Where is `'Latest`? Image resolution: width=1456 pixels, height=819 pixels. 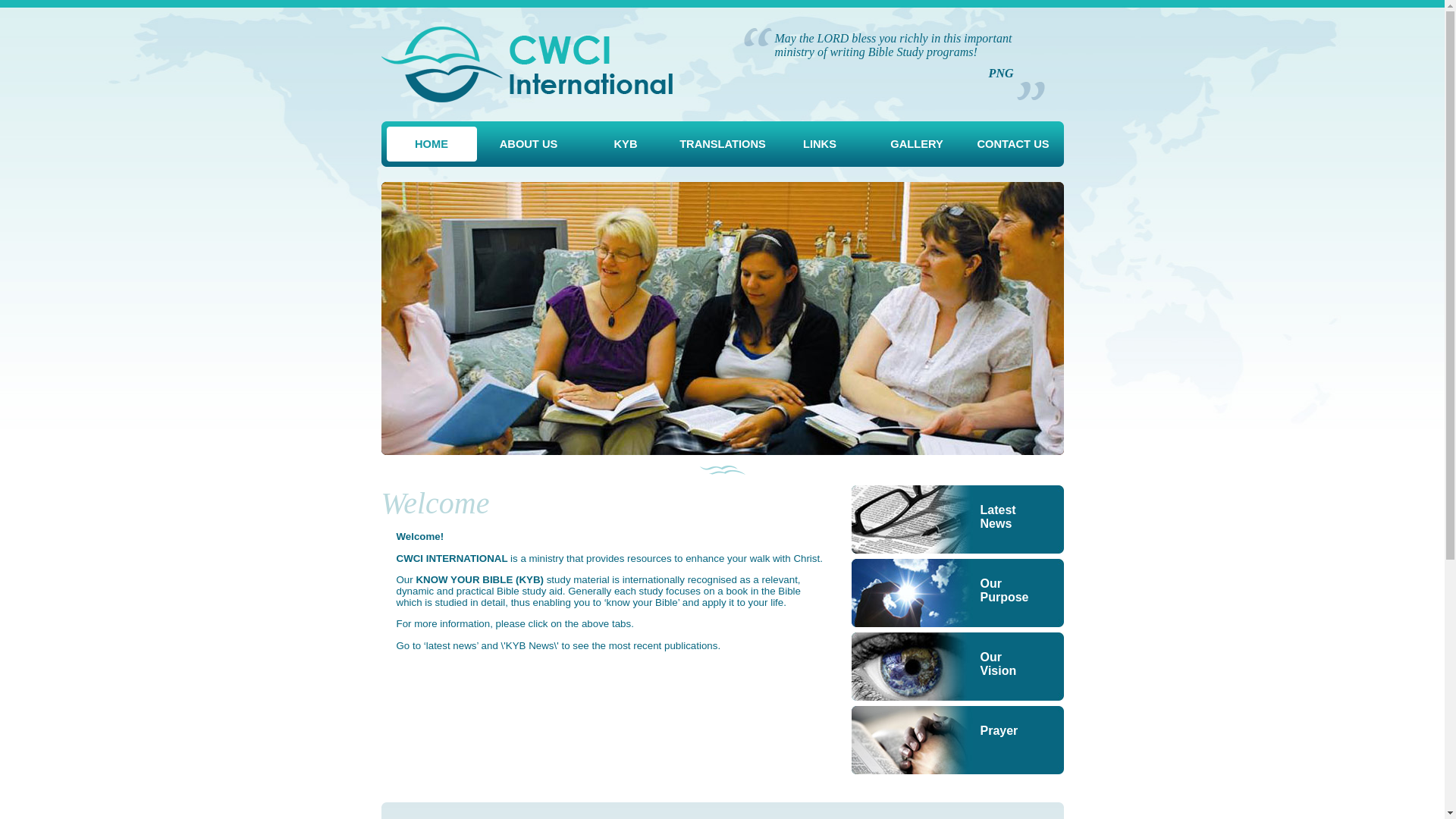
'Latest is located at coordinates (956, 519).